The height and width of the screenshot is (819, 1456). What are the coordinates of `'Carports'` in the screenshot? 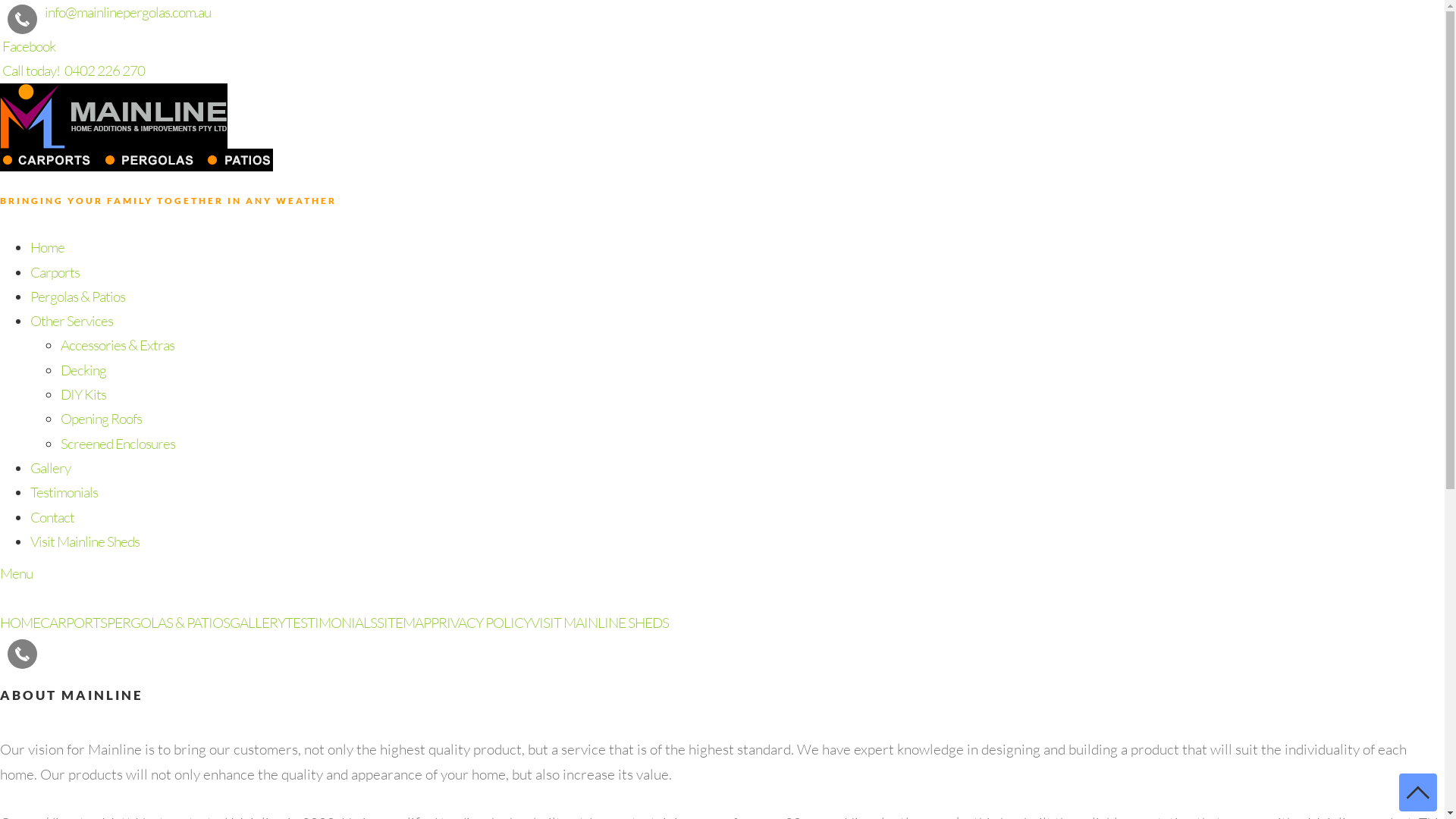 It's located at (30, 271).